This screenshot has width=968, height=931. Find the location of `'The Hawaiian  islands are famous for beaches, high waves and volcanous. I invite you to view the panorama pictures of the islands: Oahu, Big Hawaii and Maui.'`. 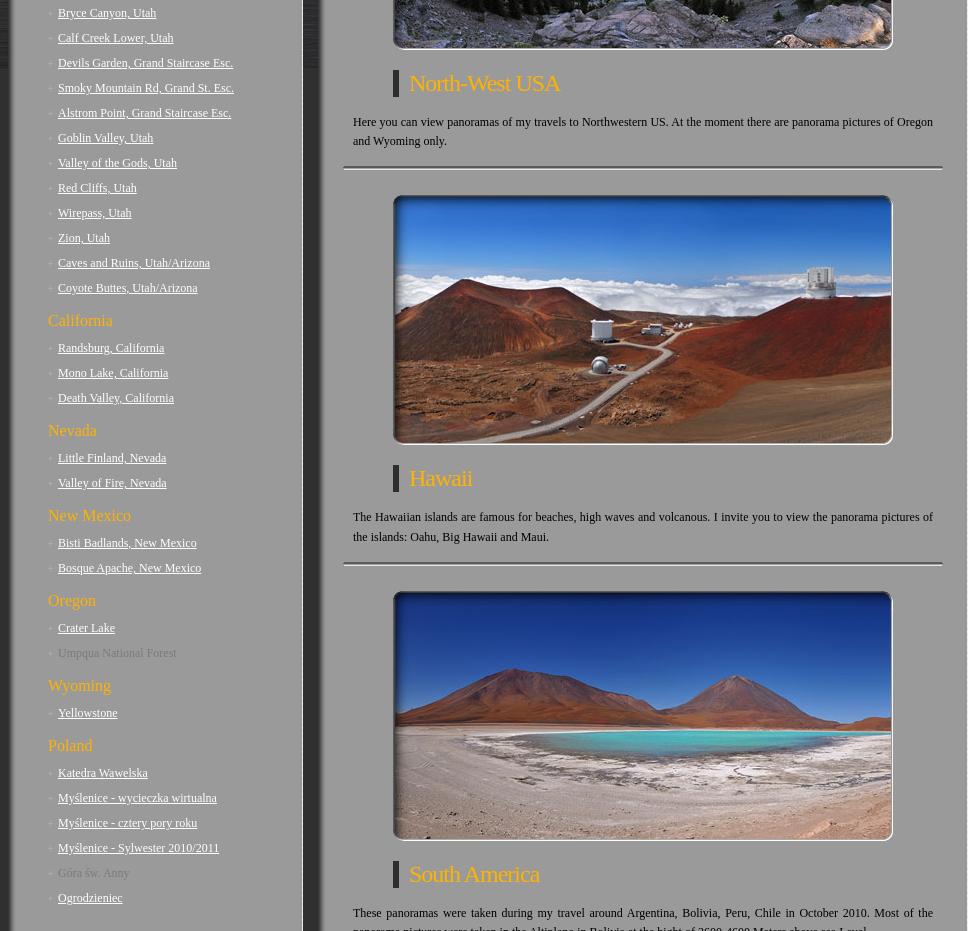

'The Hawaiian  islands are famous for beaches, high waves and volcanous. I invite you to view the panorama pictures of the islands: Oahu, Big Hawaii and Maui.' is located at coordinates (642, 526).